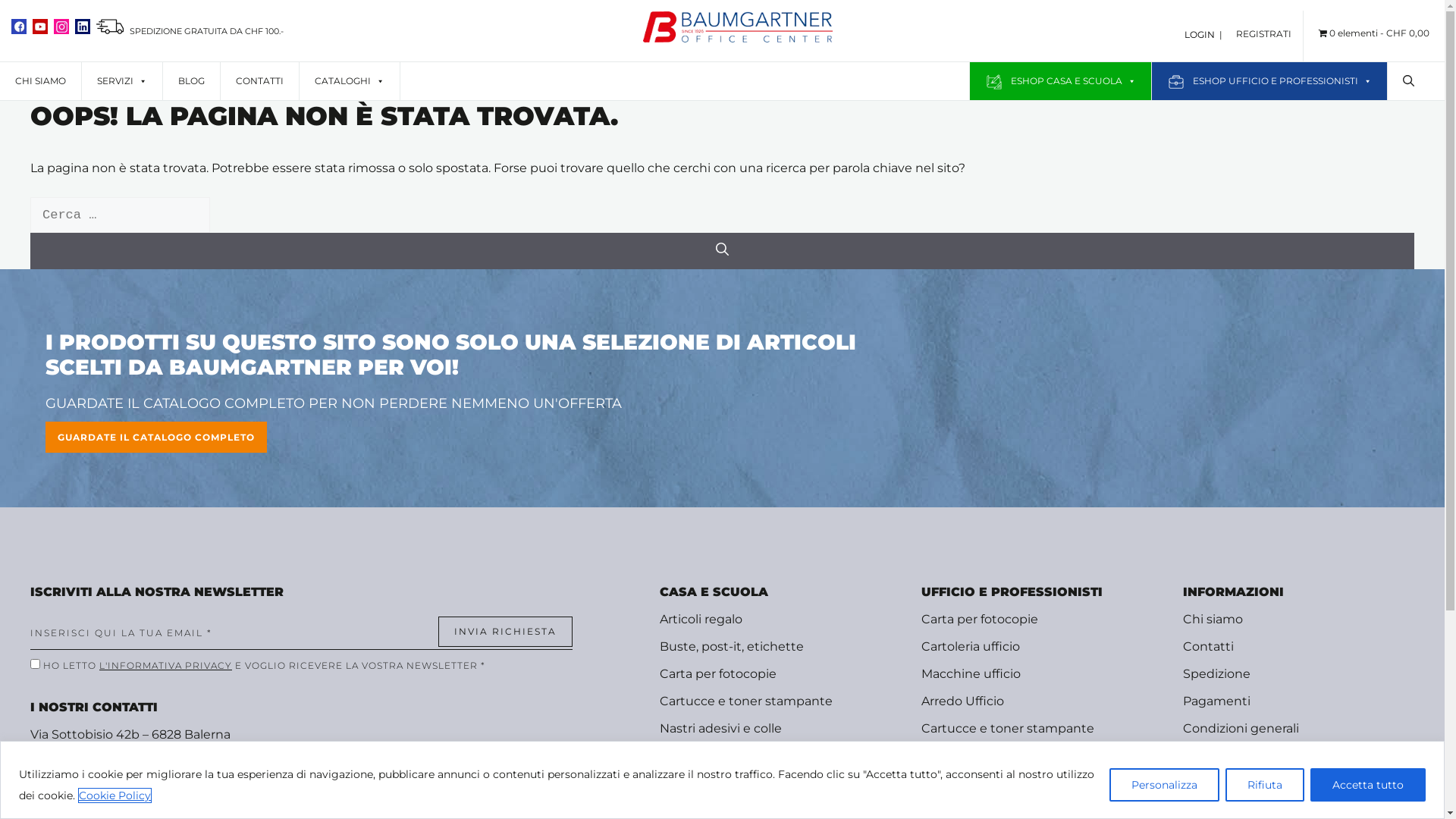 This screenshot has width=1456, height=819. Describe the element at coordinates (1182, 701) in the screenshot. I see `'Pagamenti'` at that location.